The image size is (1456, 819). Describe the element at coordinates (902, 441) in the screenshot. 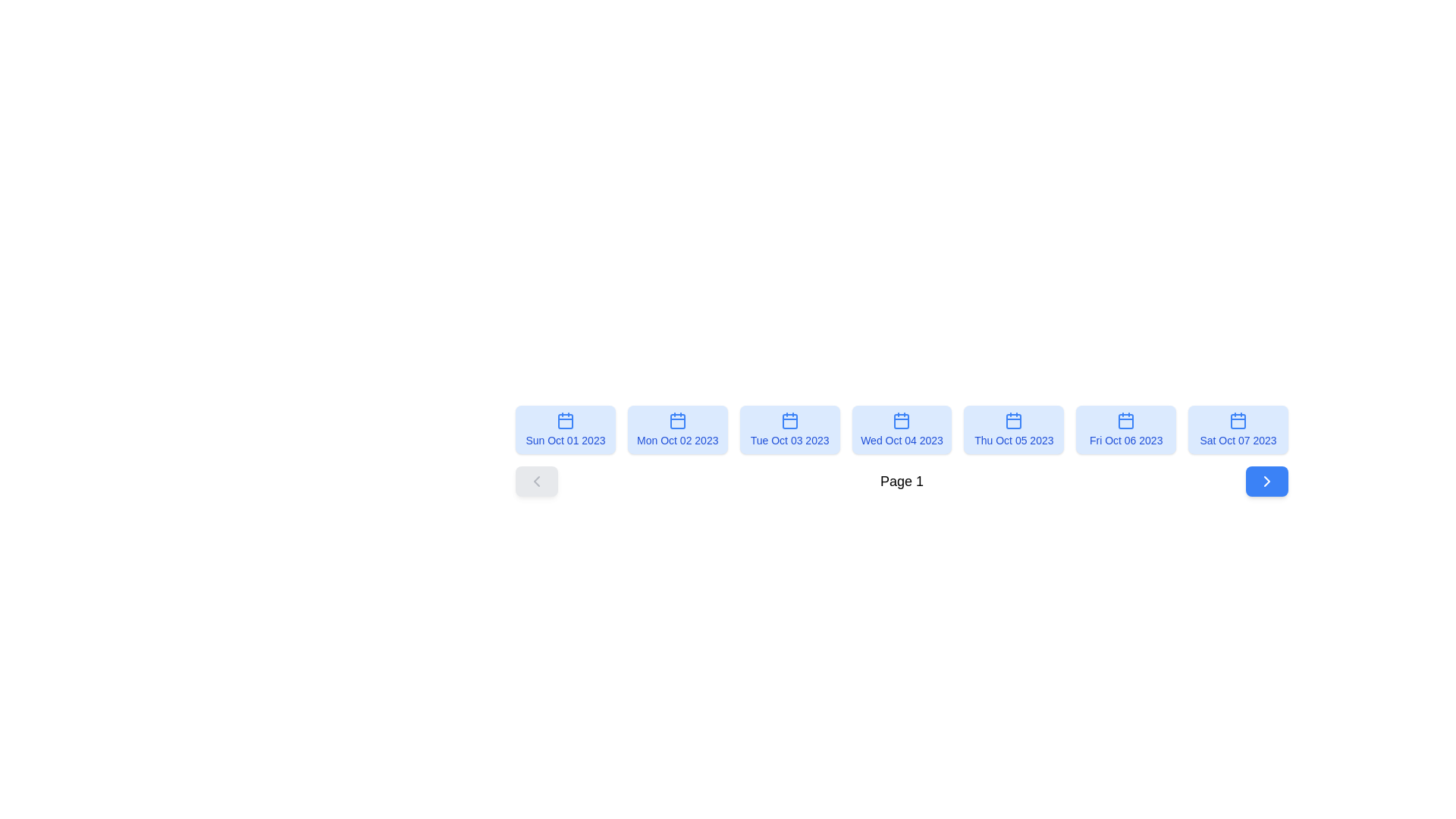

I see `date displayed in the text label below the icon representing the selected date, which shows 'Wed Oct 04 2023'` at that location.